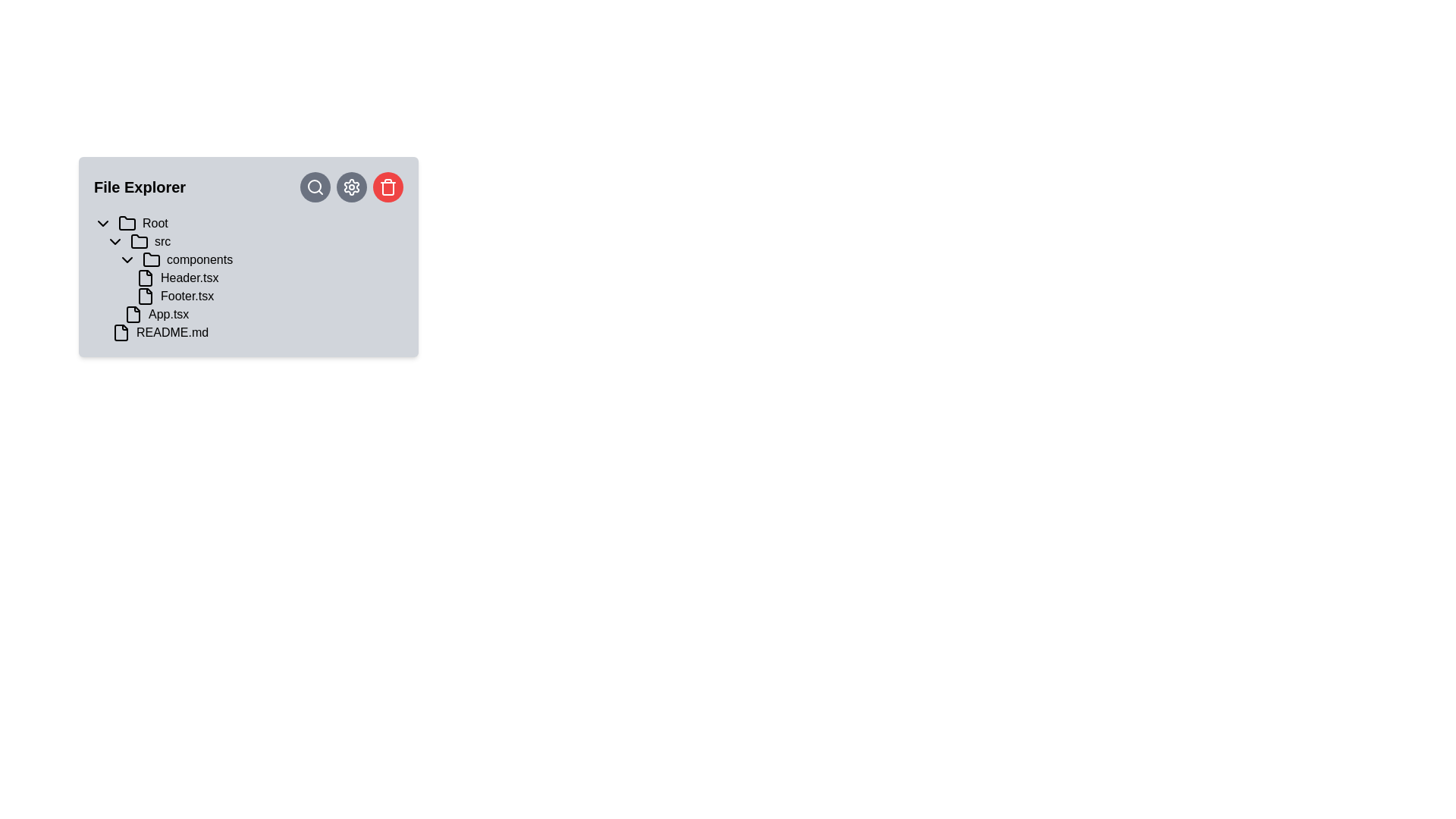  I want to click on the icon representing the file type for 'README.md' located near the bottom of the file tree section in the file explorer interface, so click(120, 332).